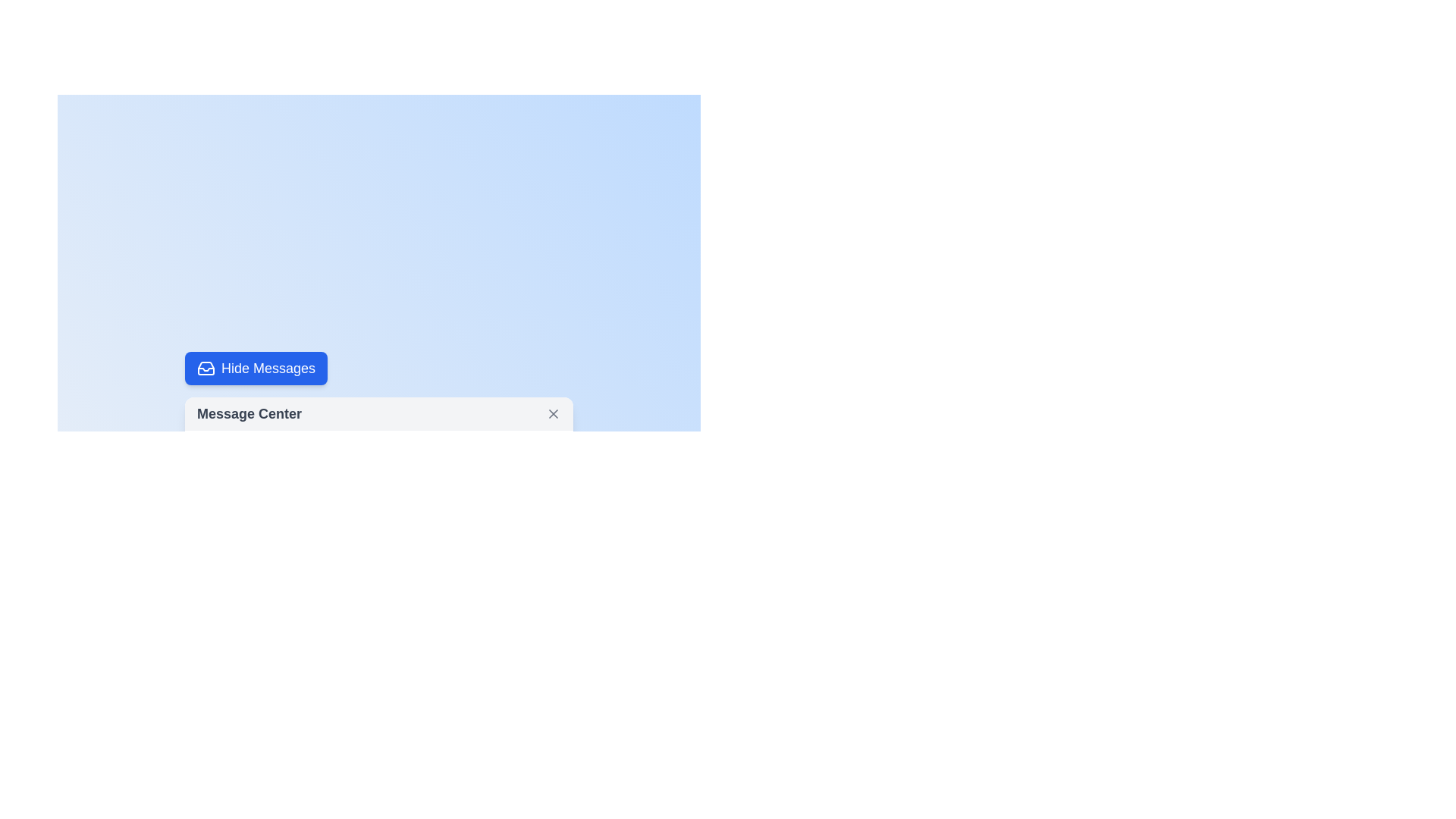 This screenshot has width=1456, height=819. Describe the element at coordinates (206, 369) in the screenshot. I see `the appearance of the blue inbox icon located to the left of the 'Hide Messages' button at the top of the interface` at that location.